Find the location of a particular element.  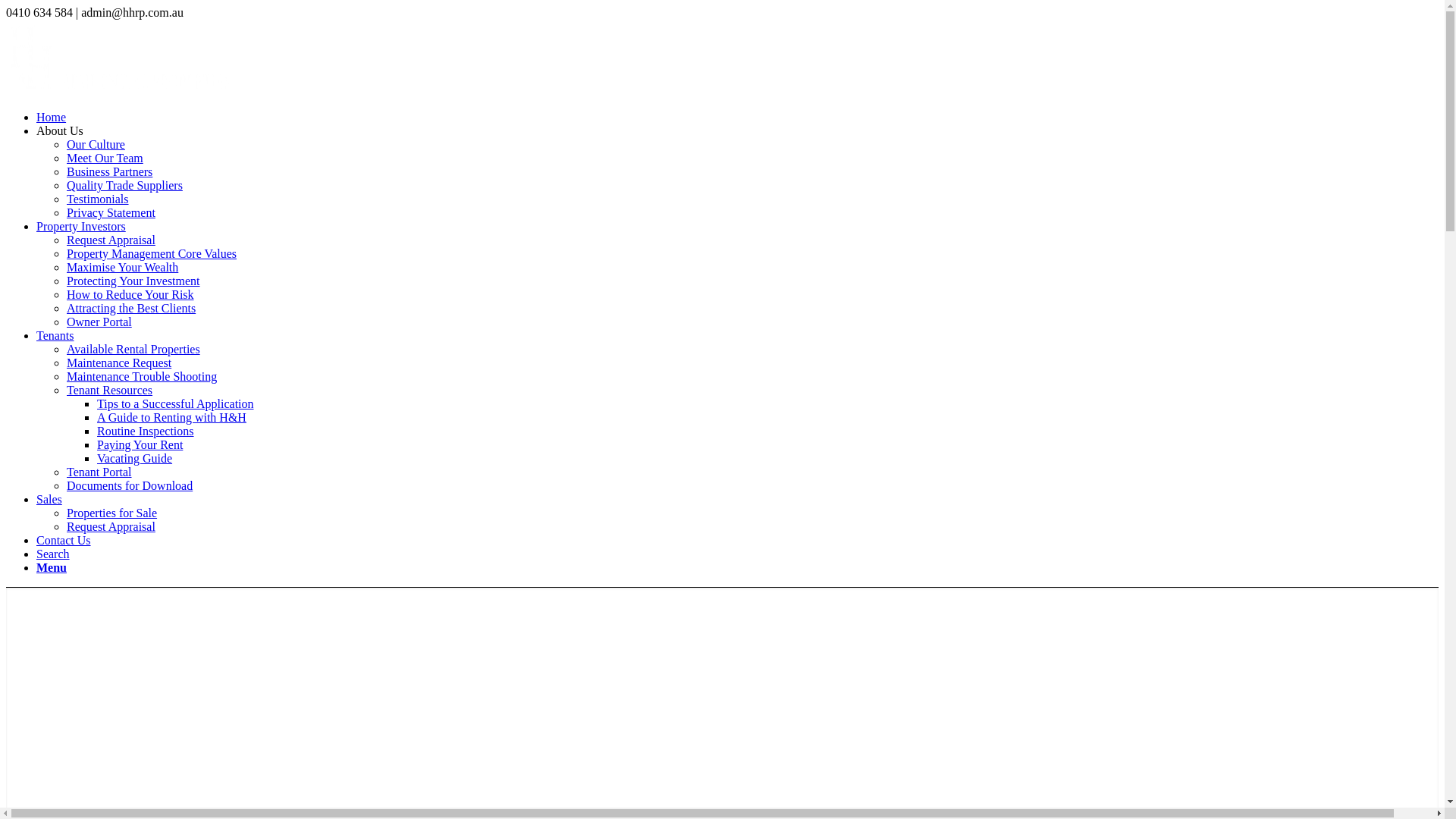

'Quality Trade Suppliers' is located at coordinates (124, 184).